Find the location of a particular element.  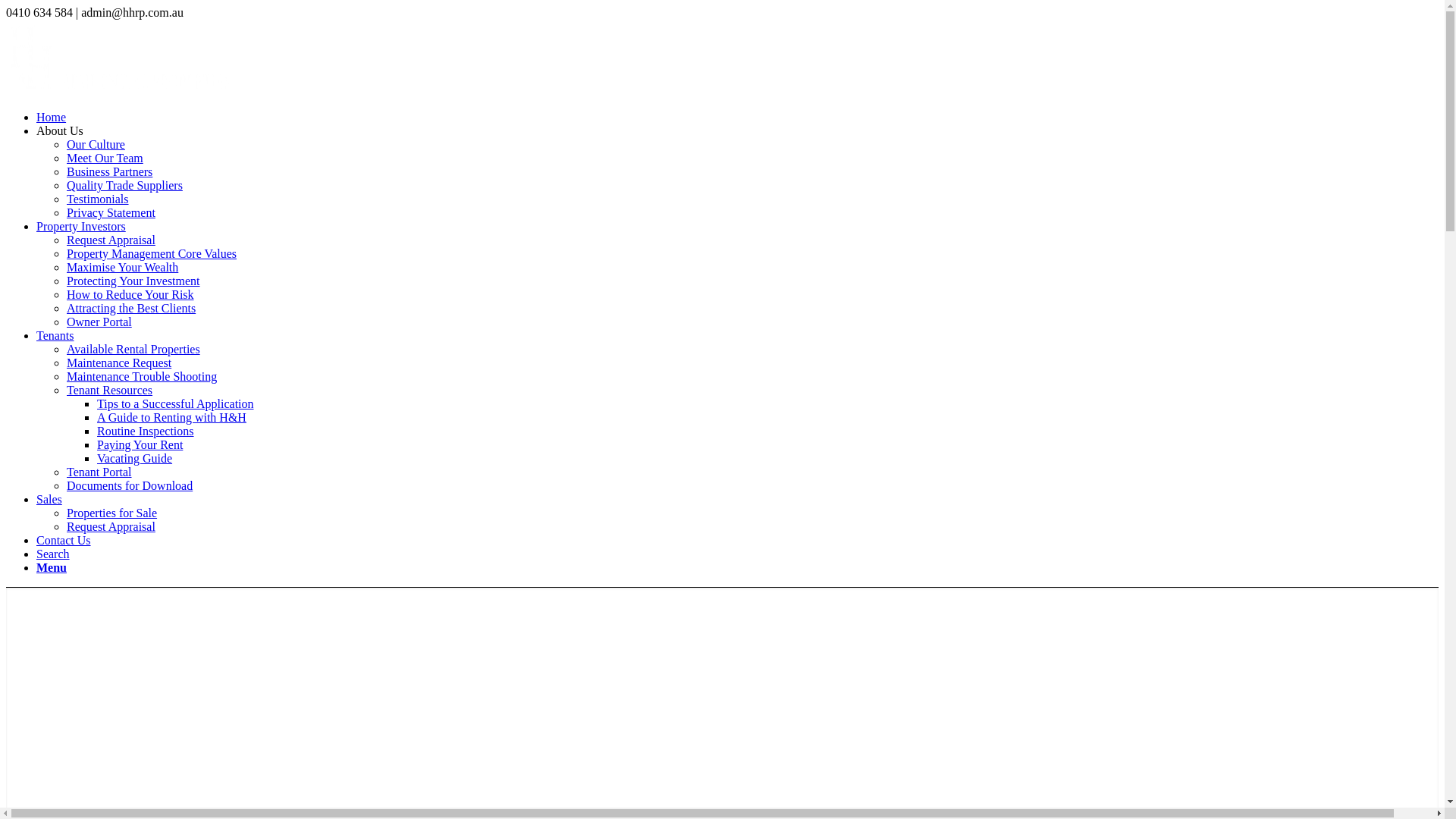

'Quality Trade Suppliers' is located at coordinates (124, 184).